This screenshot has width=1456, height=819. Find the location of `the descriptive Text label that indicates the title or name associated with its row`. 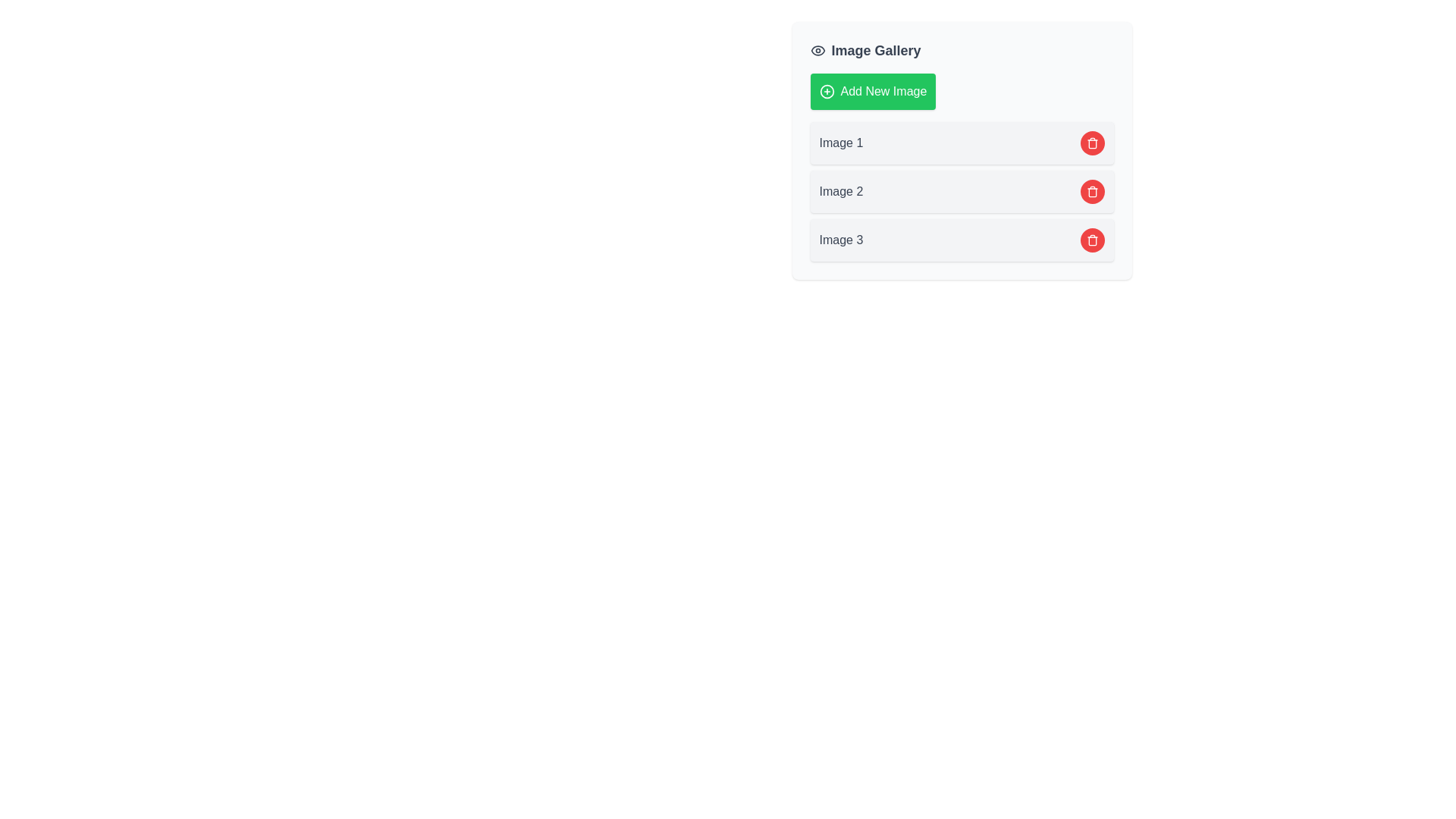

the descriptive Text label that indicates the title or name associated with its row is located at coordinates (840, 143).